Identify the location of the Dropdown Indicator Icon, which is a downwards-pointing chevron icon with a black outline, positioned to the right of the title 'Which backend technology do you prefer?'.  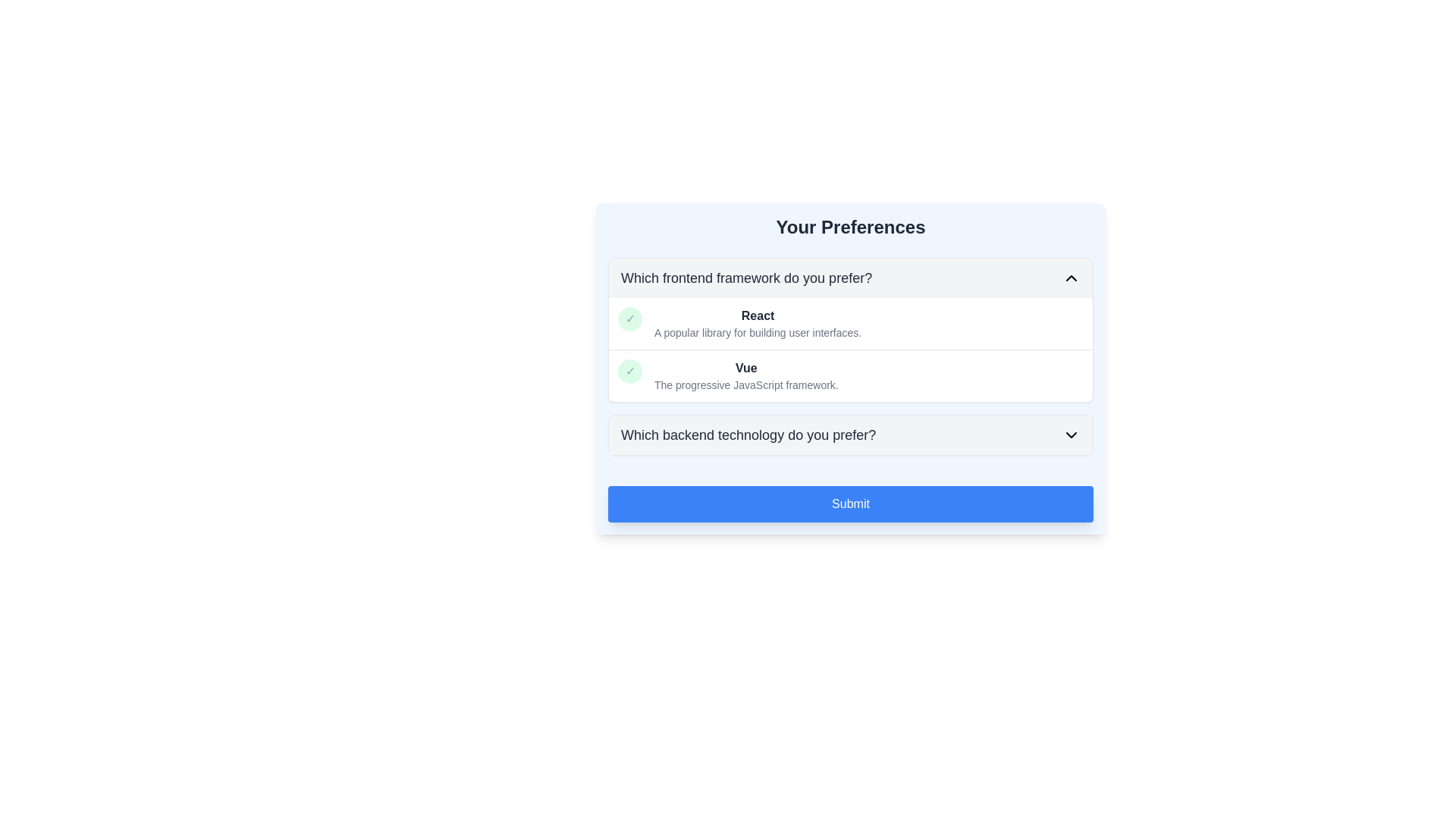
(1070, 435).